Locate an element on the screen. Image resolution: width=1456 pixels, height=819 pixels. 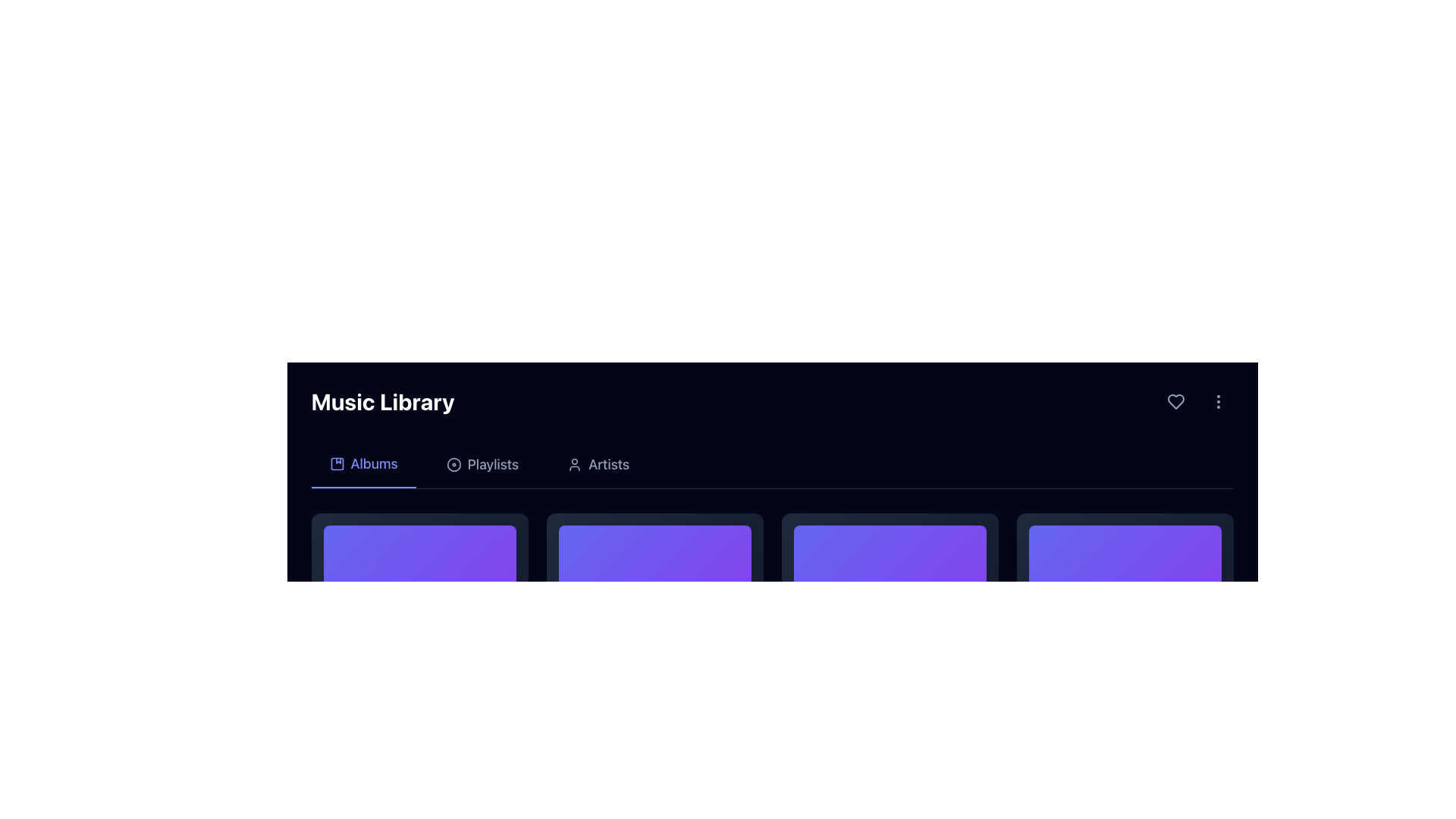
the vertical ellipsis icon consisting of three evenly spaced dark gray dots located in the top-right corner of the application is located at coordinates (1218, 400).